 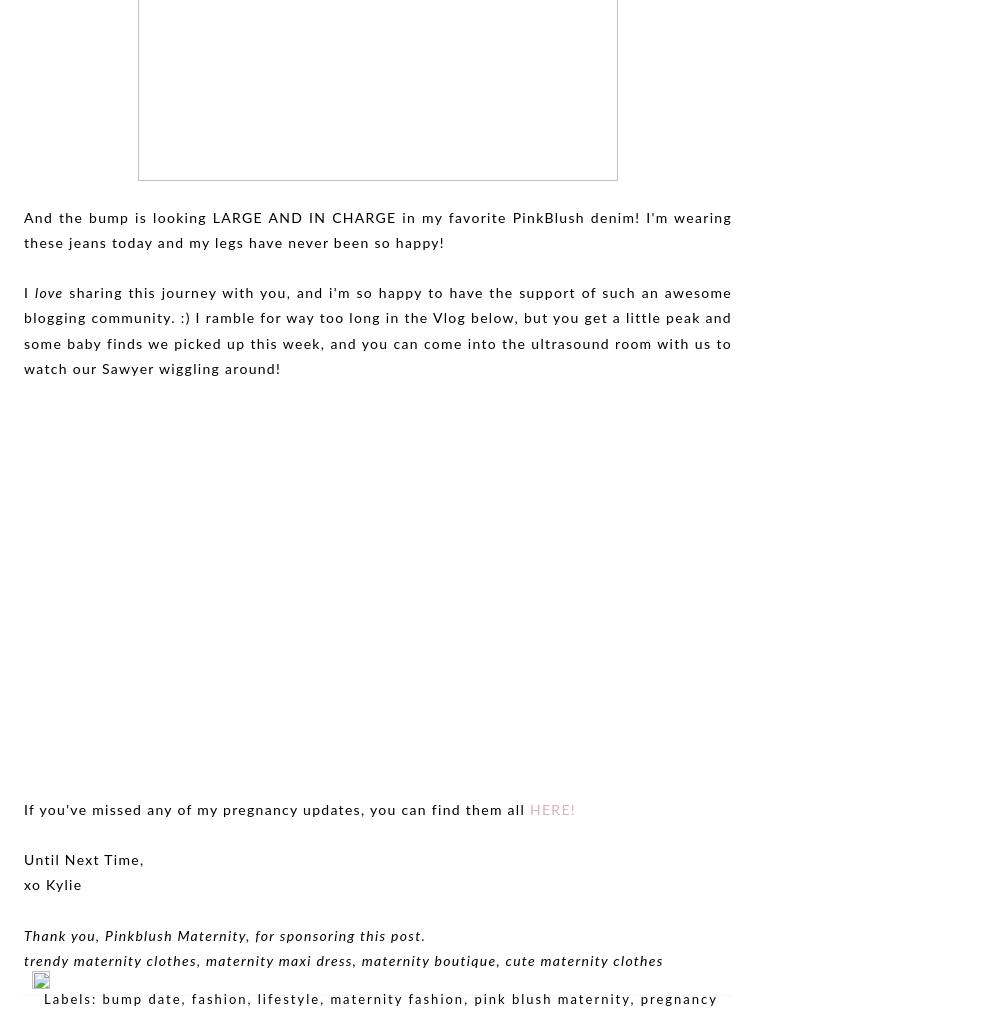 What do you see at coordinates (378, 230) in the screenshot?
I see `'And the bump is looking LARGE AND IN CHARGE in my favorite PinkBlush denim! I'm wearing these jeans today and my legs have never been so happy!'` at bounding box center [378, 230].